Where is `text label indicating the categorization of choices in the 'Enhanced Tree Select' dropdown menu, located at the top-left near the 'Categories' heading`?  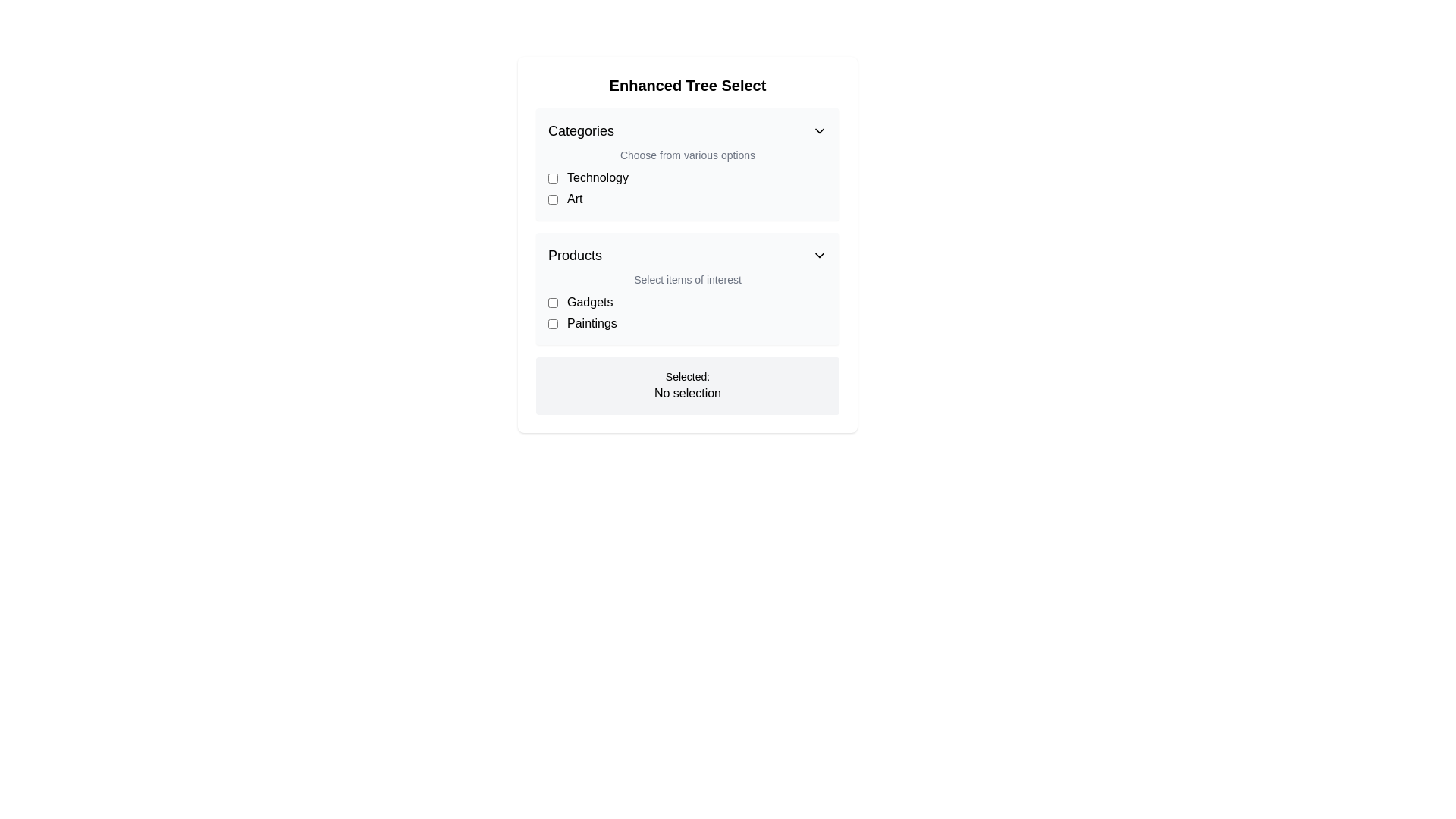 text label indicating the categorization of choices in the 'Enhanced Tree Select' dropdown menu, located at the top-left near the 'Categories' heading is located at coordinates (580, 130).